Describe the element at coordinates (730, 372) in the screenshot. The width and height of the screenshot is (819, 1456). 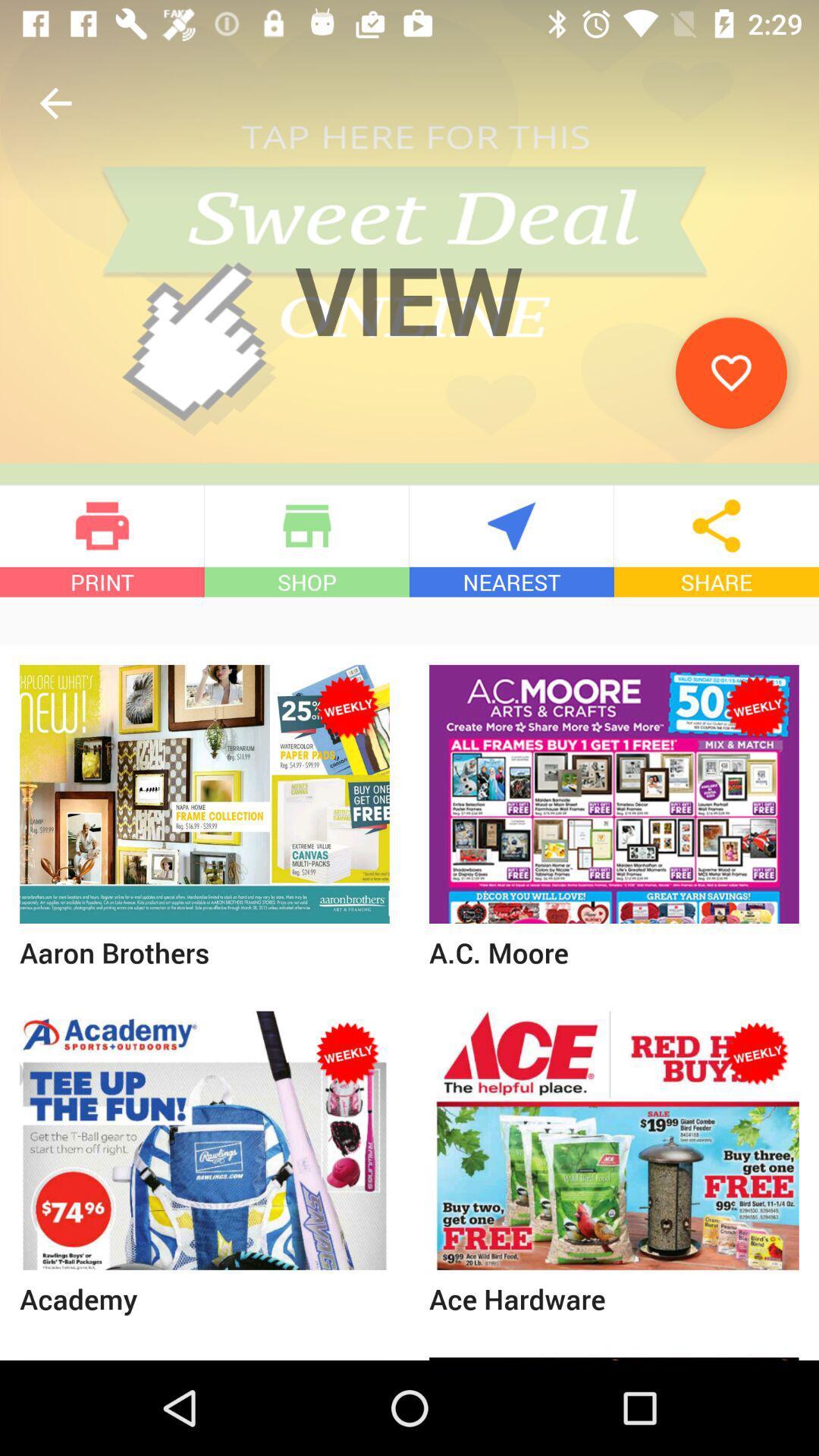
I see `the favorite icon` at that location.